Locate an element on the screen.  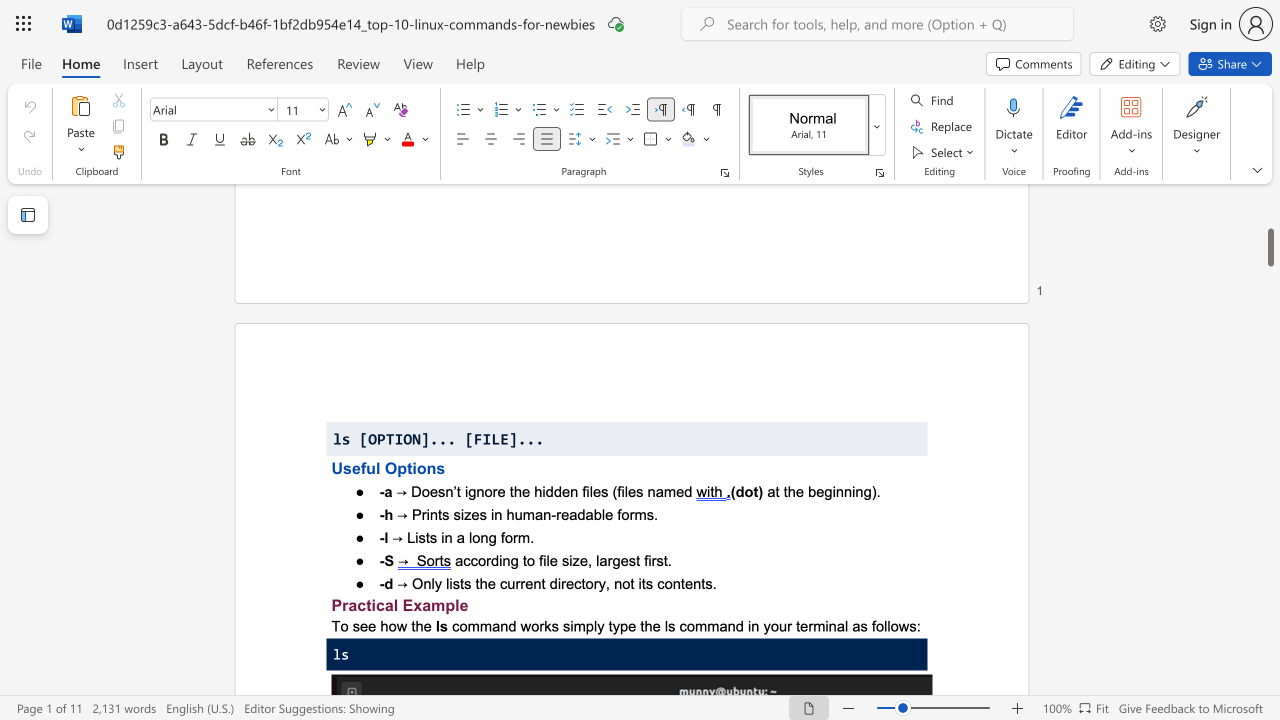
the subset text "t the beginning)" within the text "at the beginning)." is located at coordinates (774, 491).